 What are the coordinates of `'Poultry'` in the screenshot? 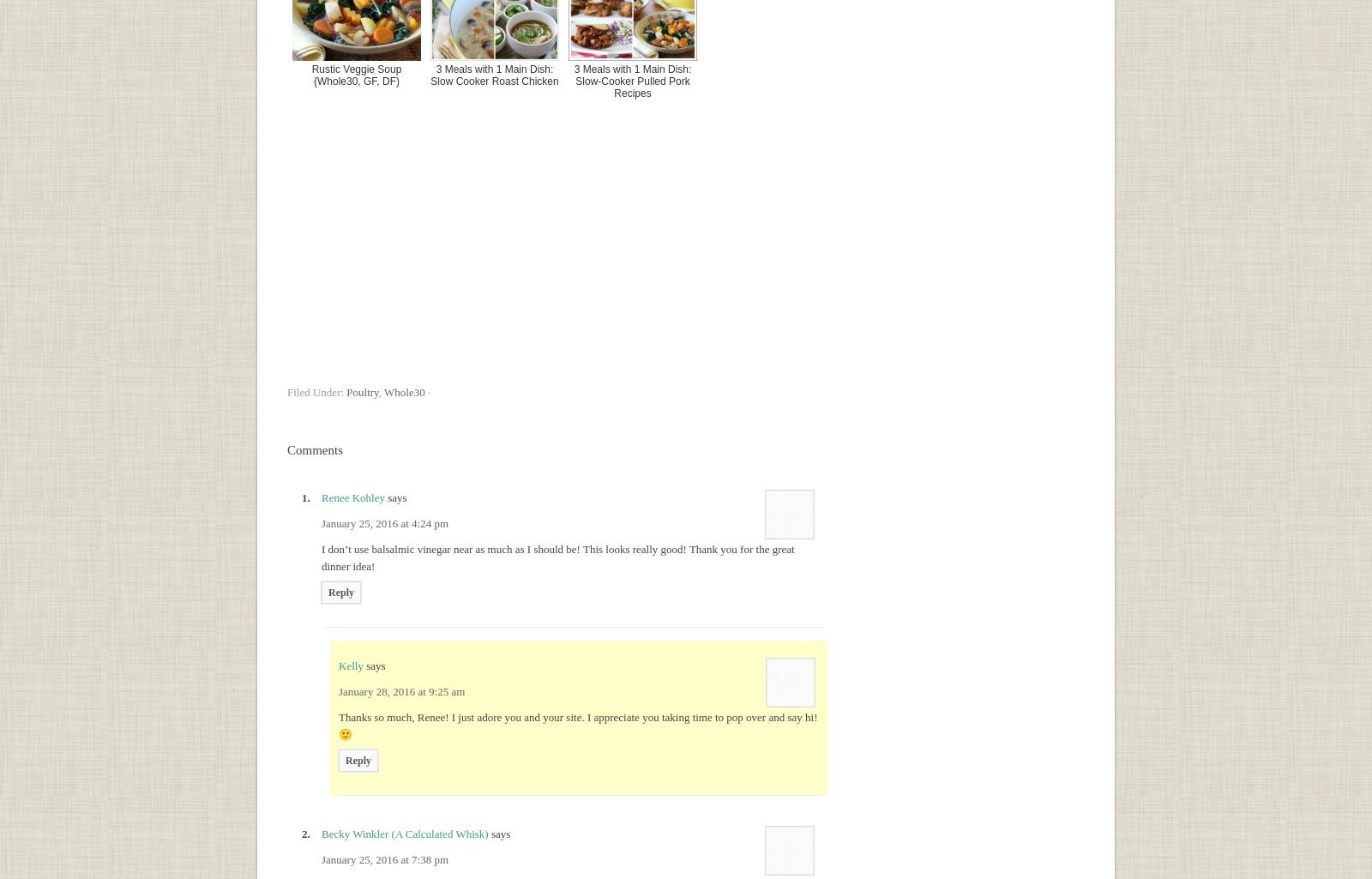 It's located at (361, 391).